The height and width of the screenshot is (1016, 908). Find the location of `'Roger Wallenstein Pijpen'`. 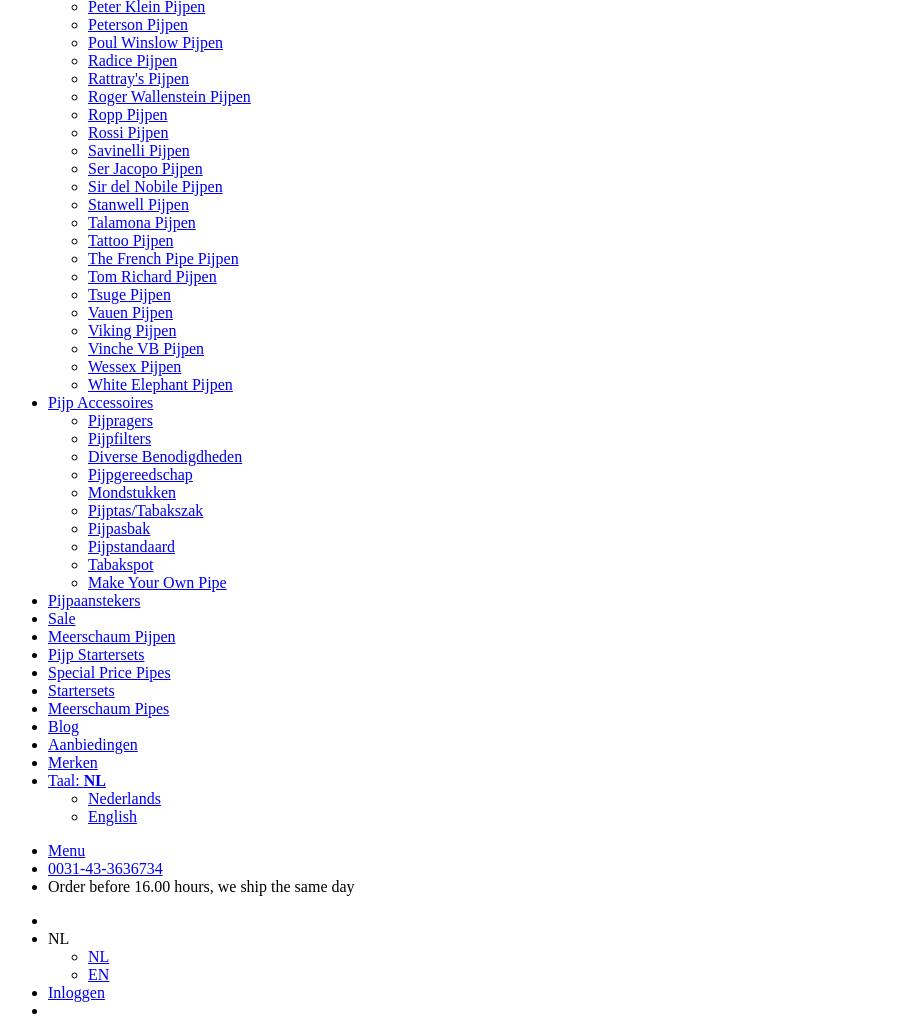

'Roger Wallenstein Pijpen' is located at coordinates (167, 96).